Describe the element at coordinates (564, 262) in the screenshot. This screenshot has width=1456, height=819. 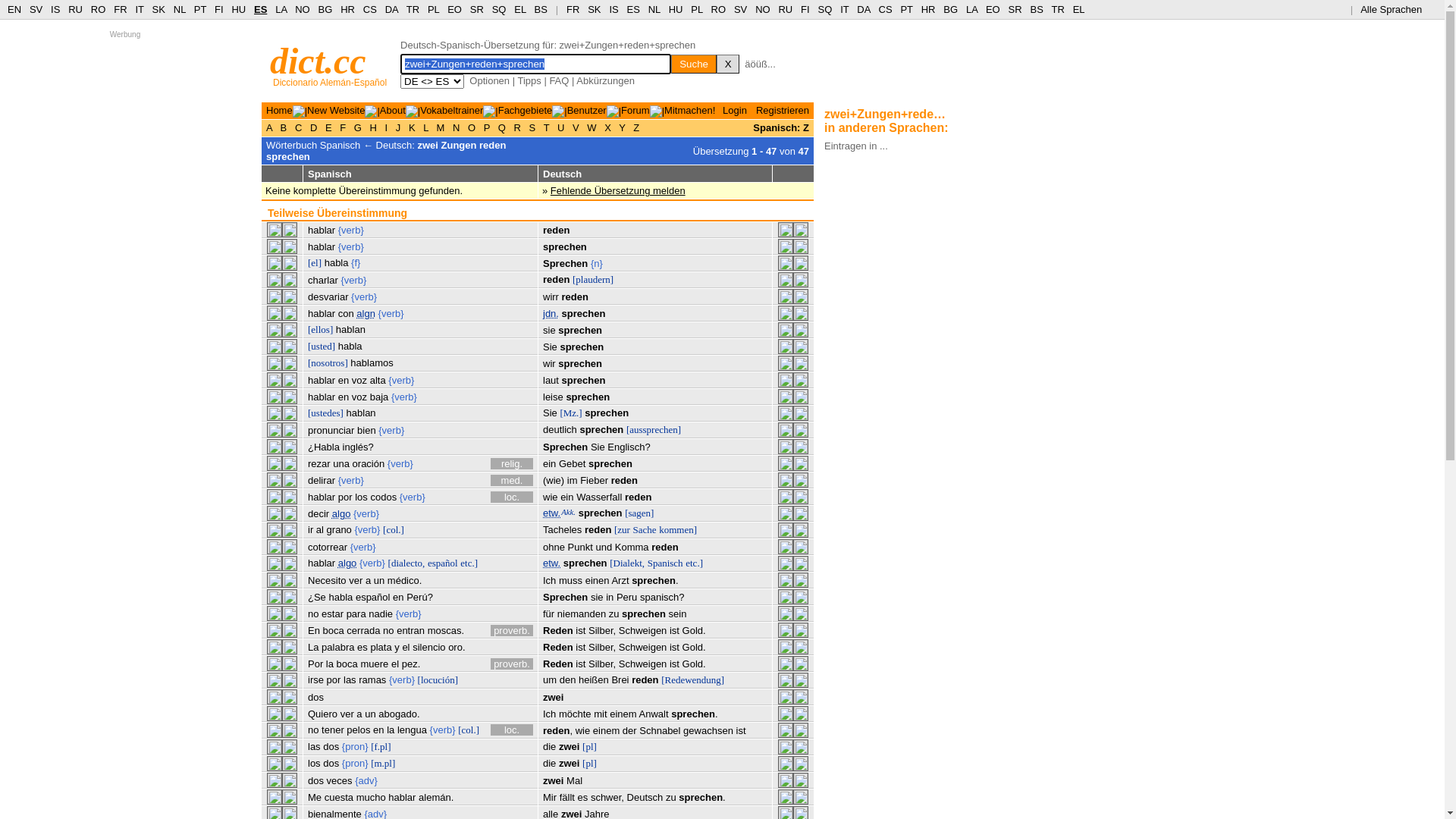
I see `'Sprechen'` at that location.